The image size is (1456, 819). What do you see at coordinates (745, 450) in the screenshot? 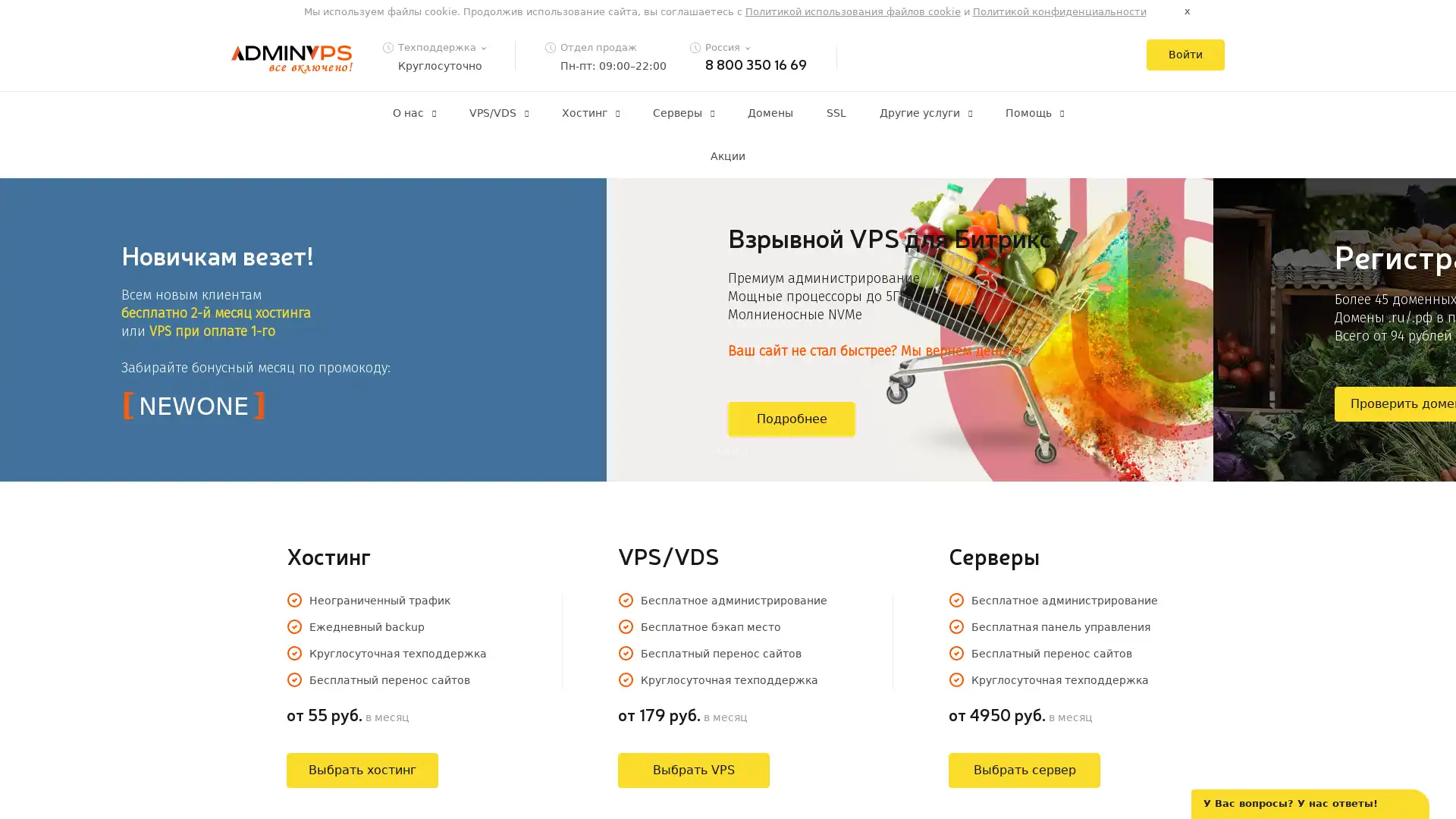
I see `5` at bounding box center [745, 450].